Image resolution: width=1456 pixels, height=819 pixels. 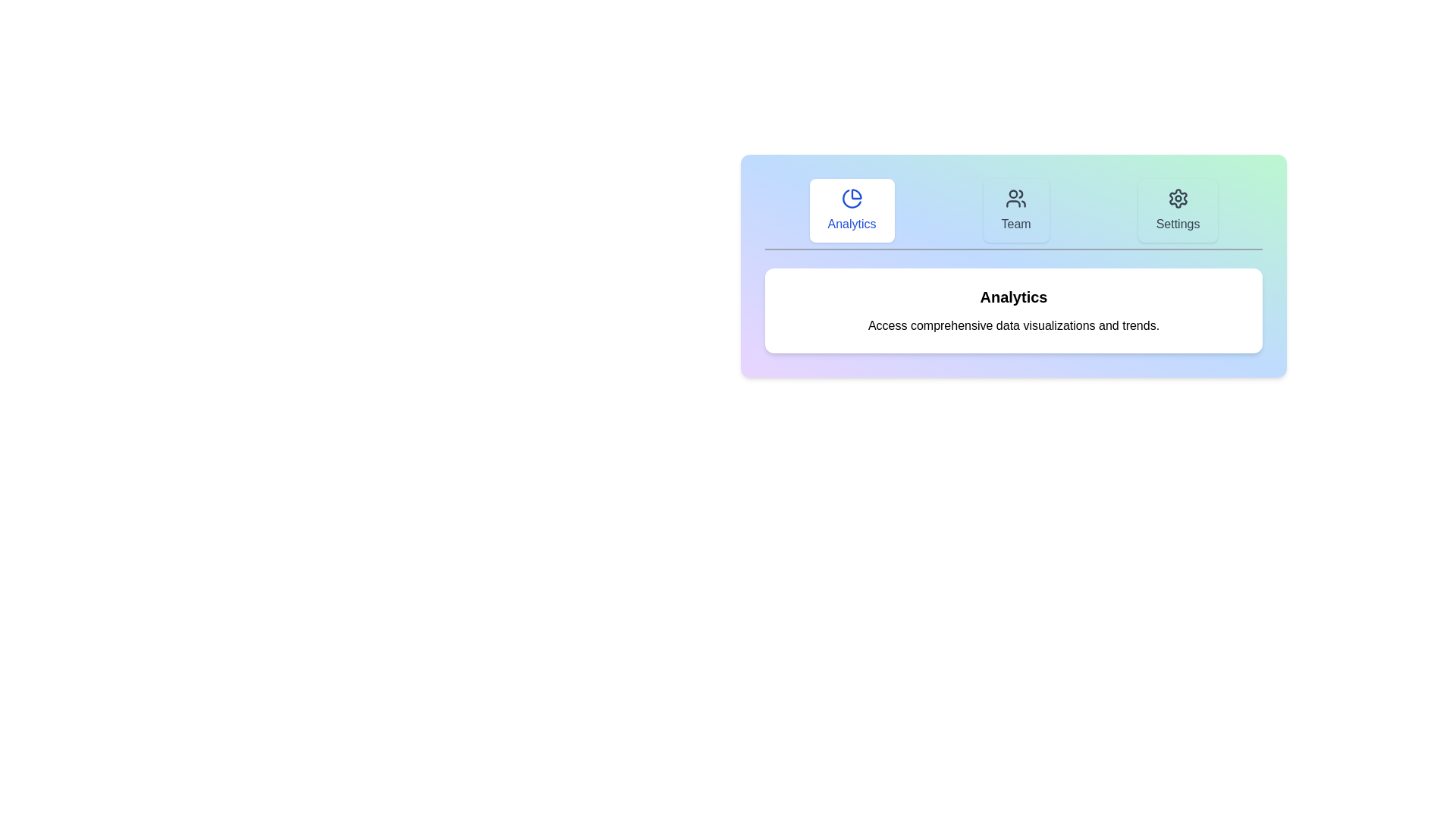 What do you see at coordinates (1015, 210) in the screenshot?
I see `the 'Team' tab to view its content` at bounding box center [1015, 210].